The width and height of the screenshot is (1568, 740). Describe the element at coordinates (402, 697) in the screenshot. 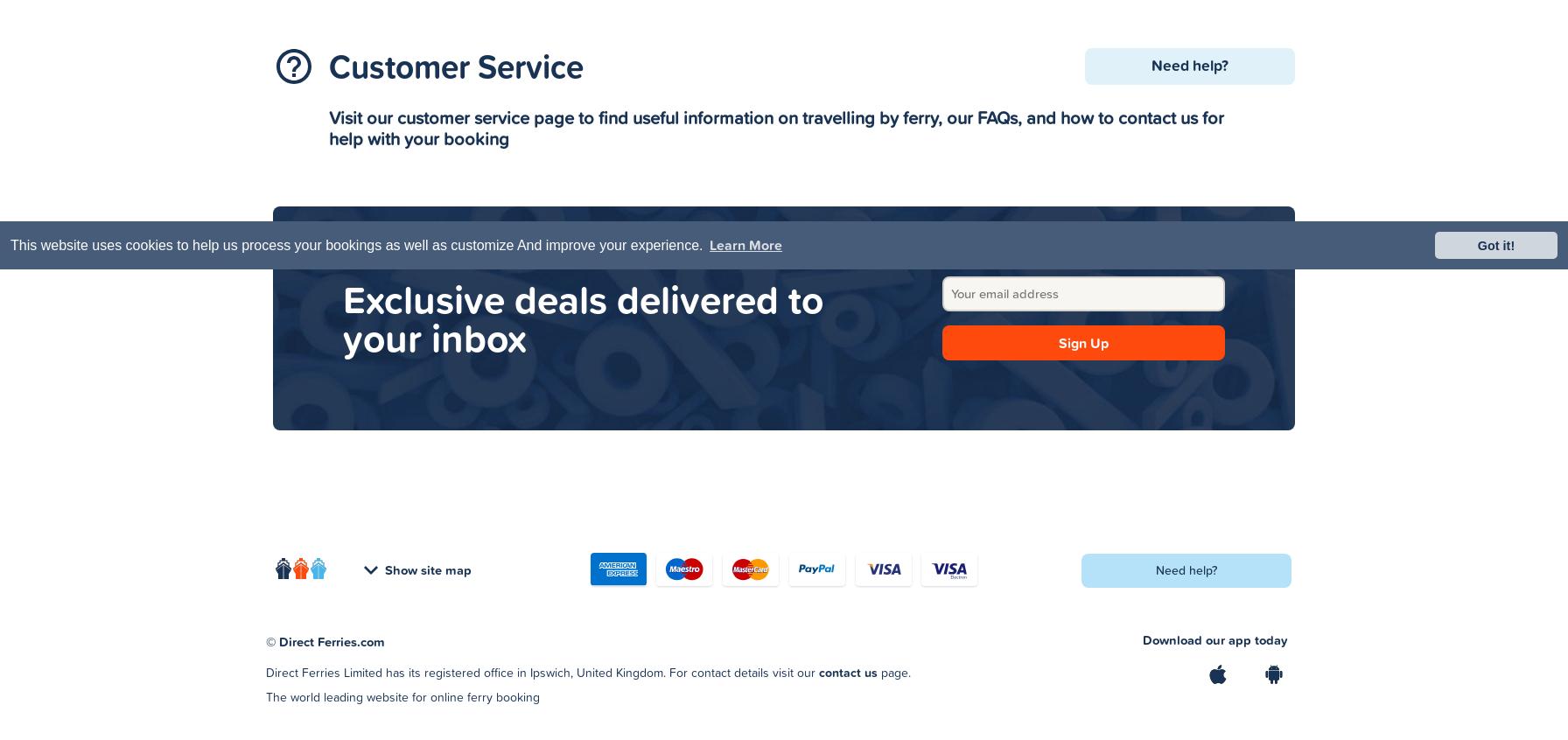

I see `'The world leading website for online ferry booking'` at that location.